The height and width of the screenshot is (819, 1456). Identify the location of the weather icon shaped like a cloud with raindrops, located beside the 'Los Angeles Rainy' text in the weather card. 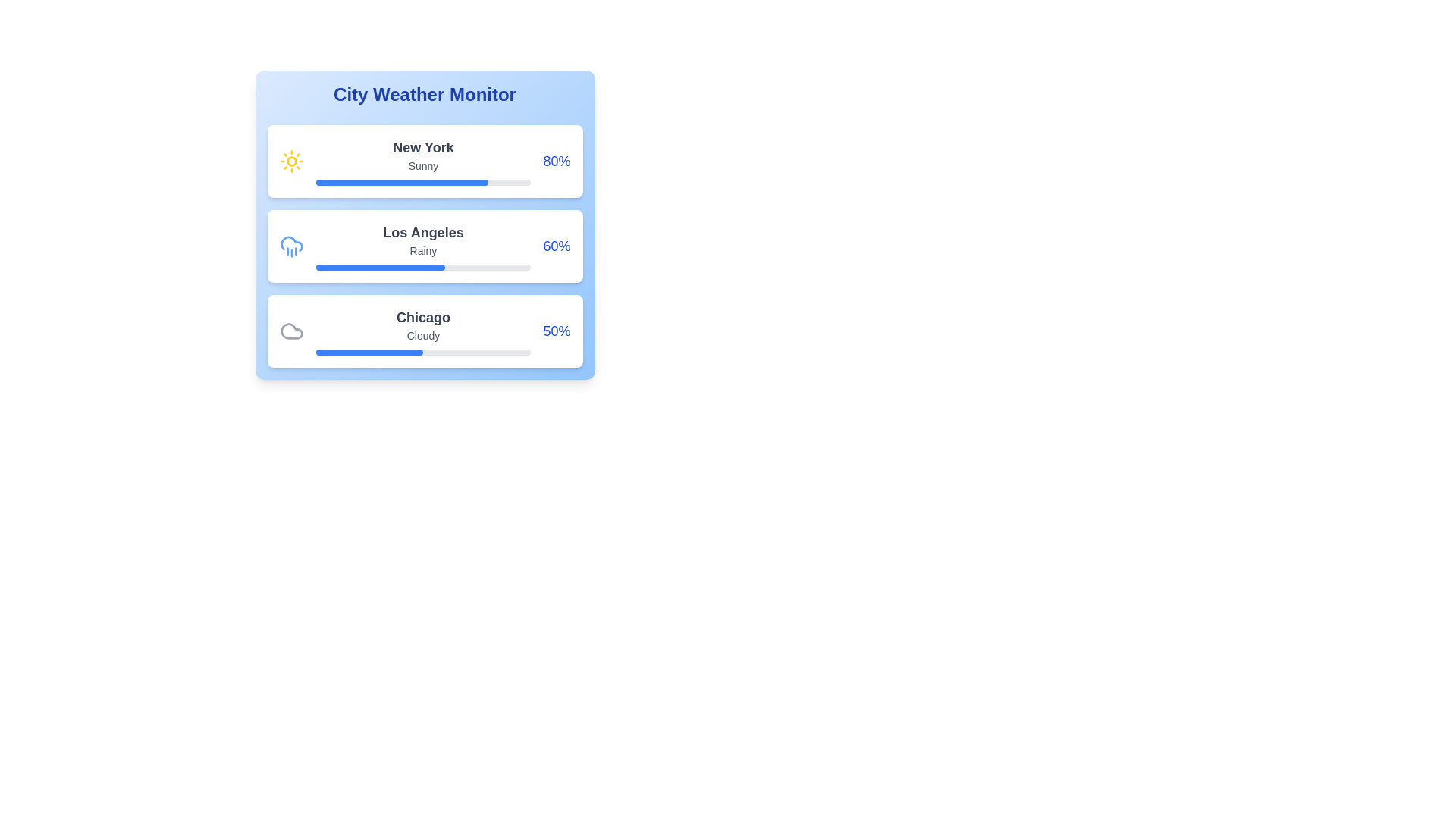
(291, 245).